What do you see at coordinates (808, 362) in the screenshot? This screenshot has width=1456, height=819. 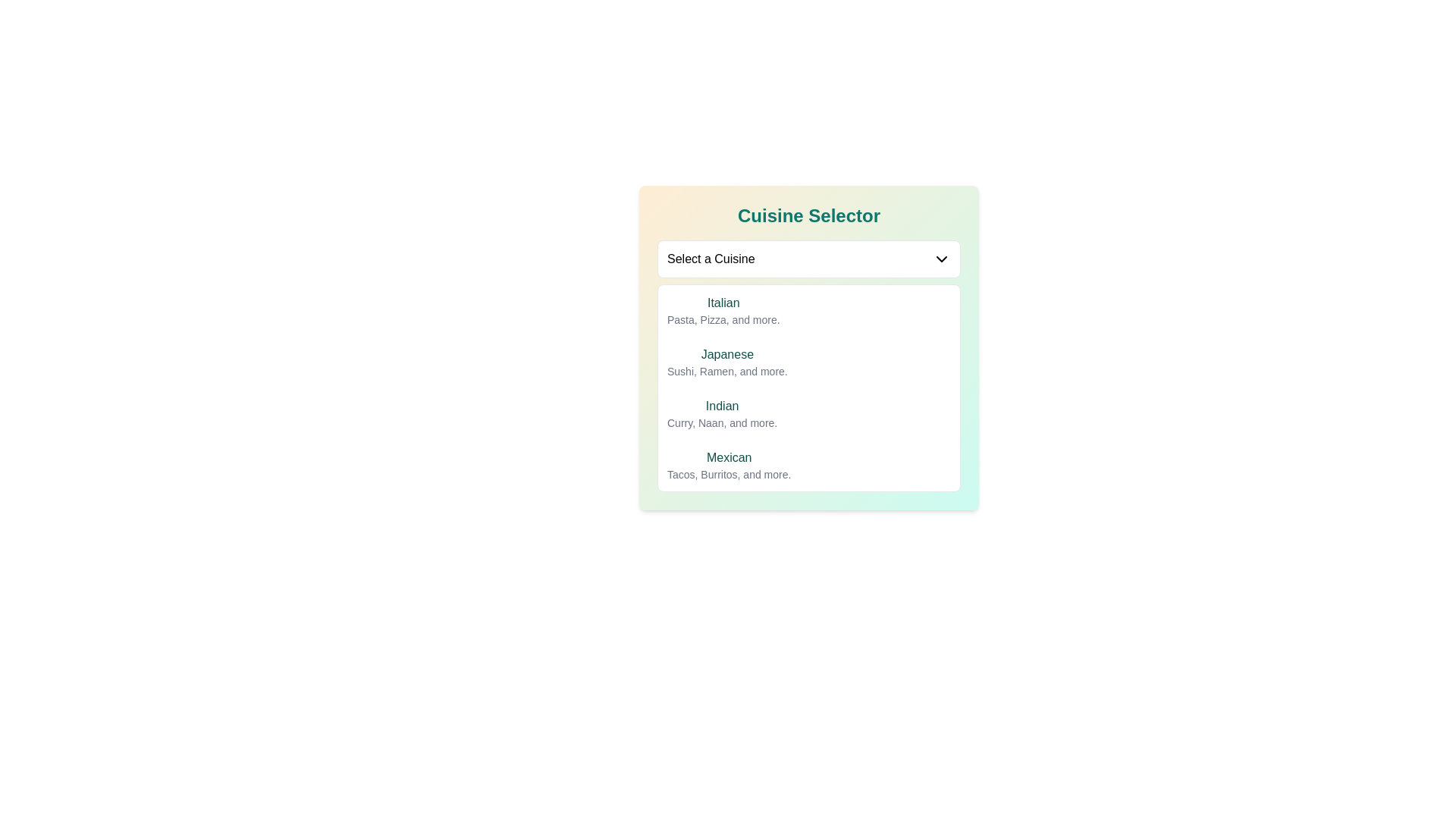 I see `the second entry in the 'Cuisine Selector' dropdown menu` at bounding box center [808, 362].